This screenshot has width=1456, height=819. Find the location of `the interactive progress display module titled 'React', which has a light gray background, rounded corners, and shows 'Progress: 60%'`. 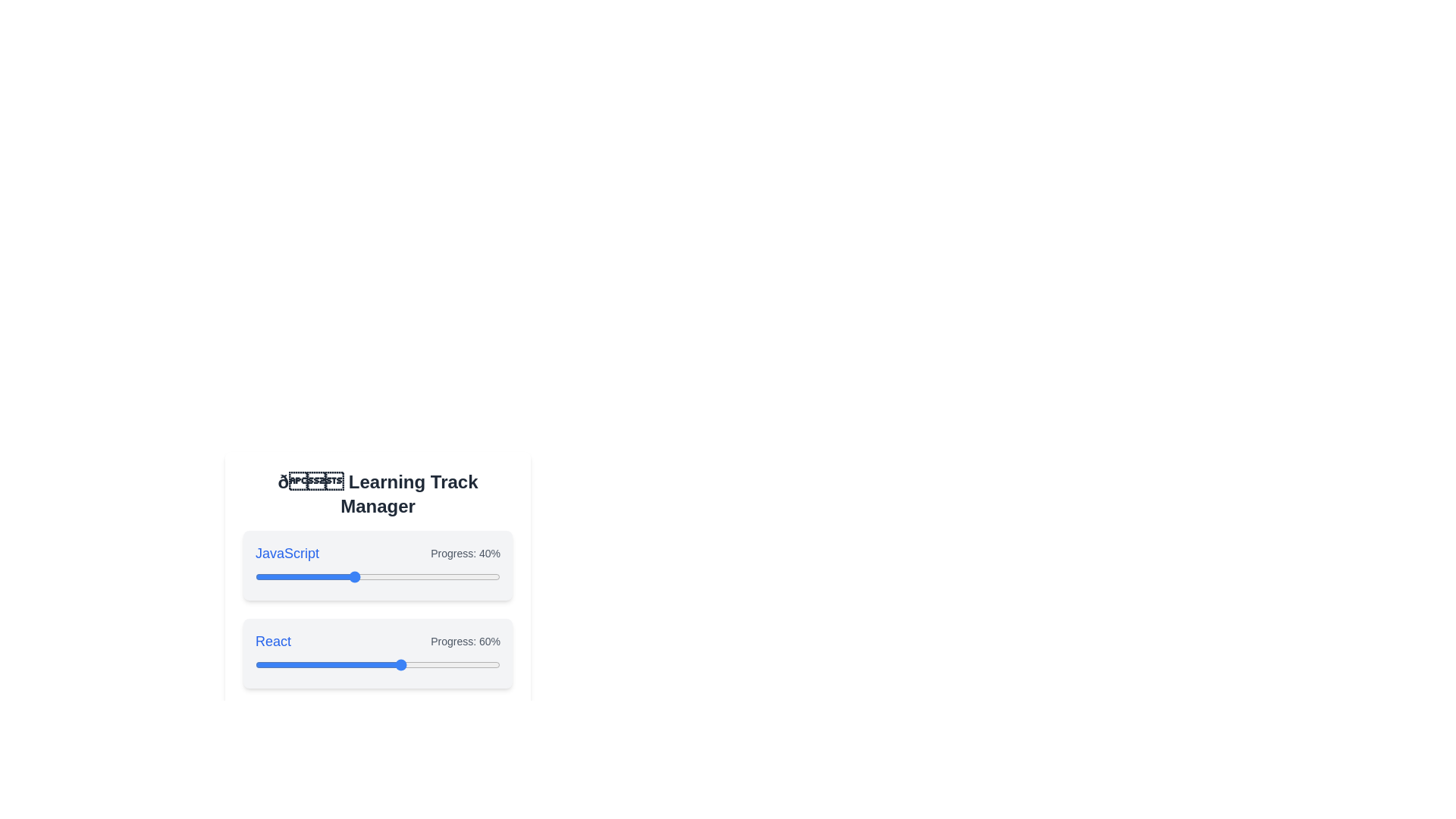

the interactive progress display module titled 'React', which has a light gray background, rounded corners, and shows 'Progress: 60%' is located at coordinates (378, 652).